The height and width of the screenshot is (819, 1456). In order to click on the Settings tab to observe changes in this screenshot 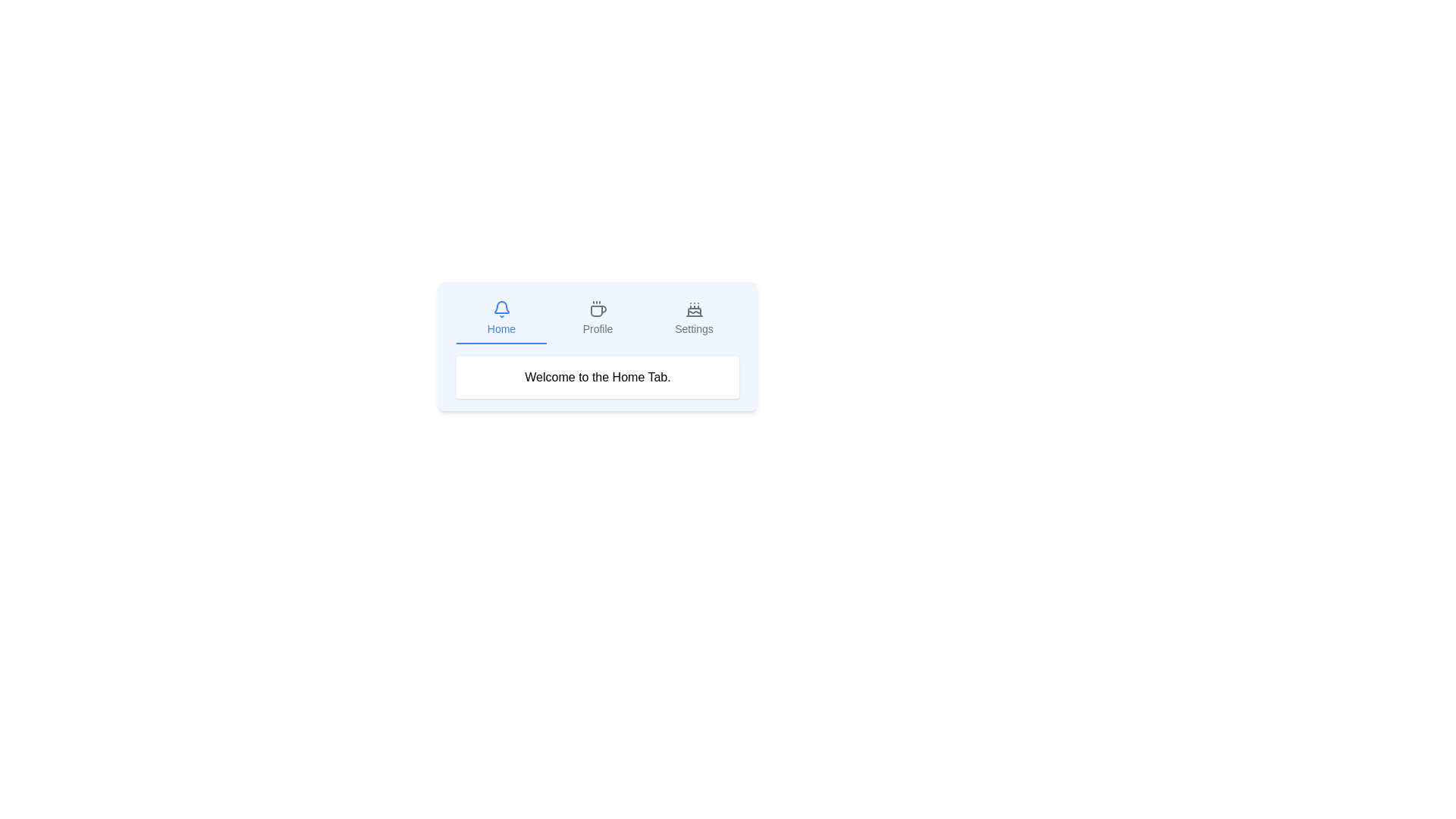, I will do `click(693, 318)`.